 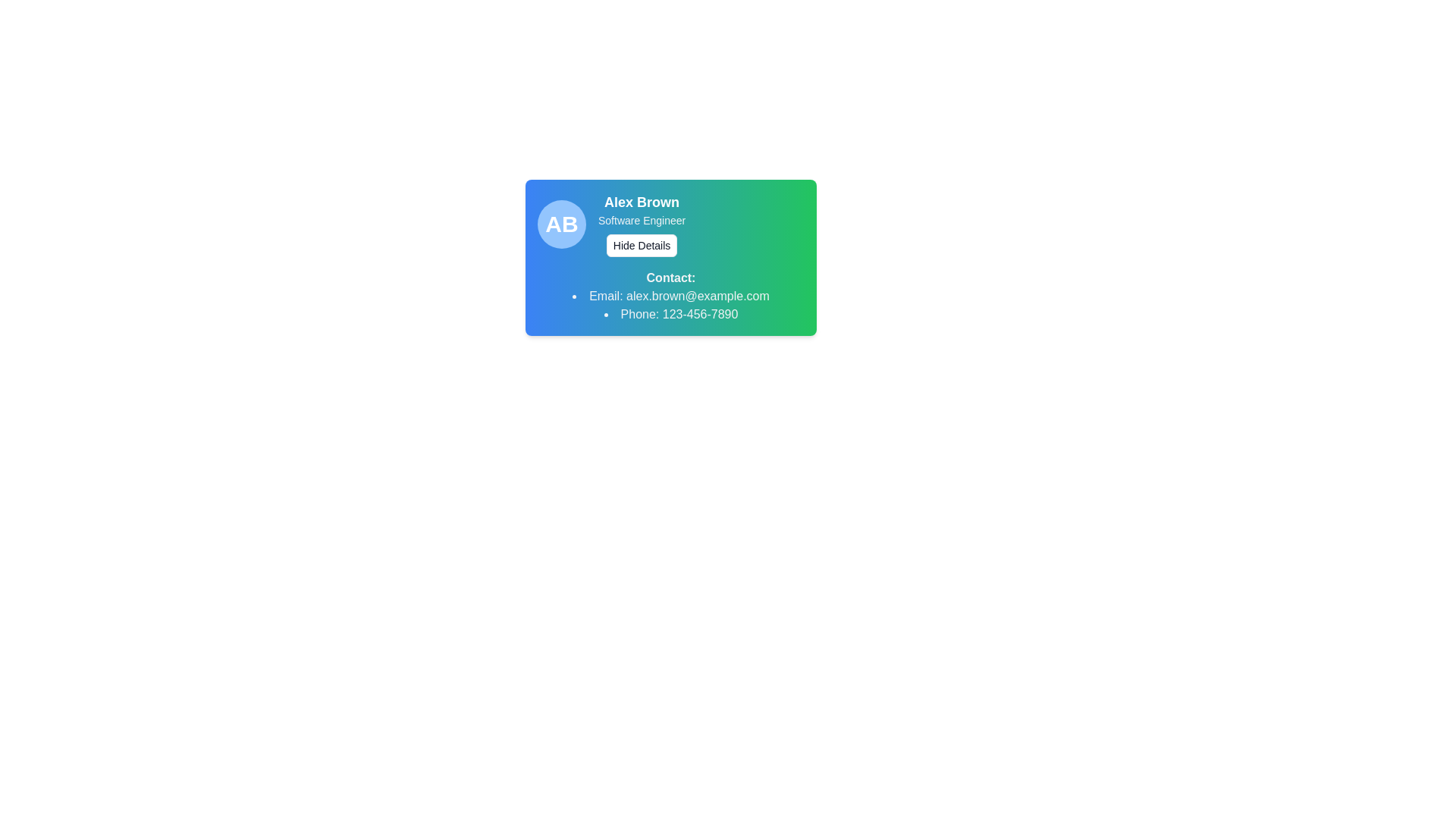 What do you see at coordinates (670, 224) in the screenshot?
I see `the 'Hide Details' button in the Information block that displays user identification and action options, located at the top section of a card-like component` at bounding box center [670, 224].